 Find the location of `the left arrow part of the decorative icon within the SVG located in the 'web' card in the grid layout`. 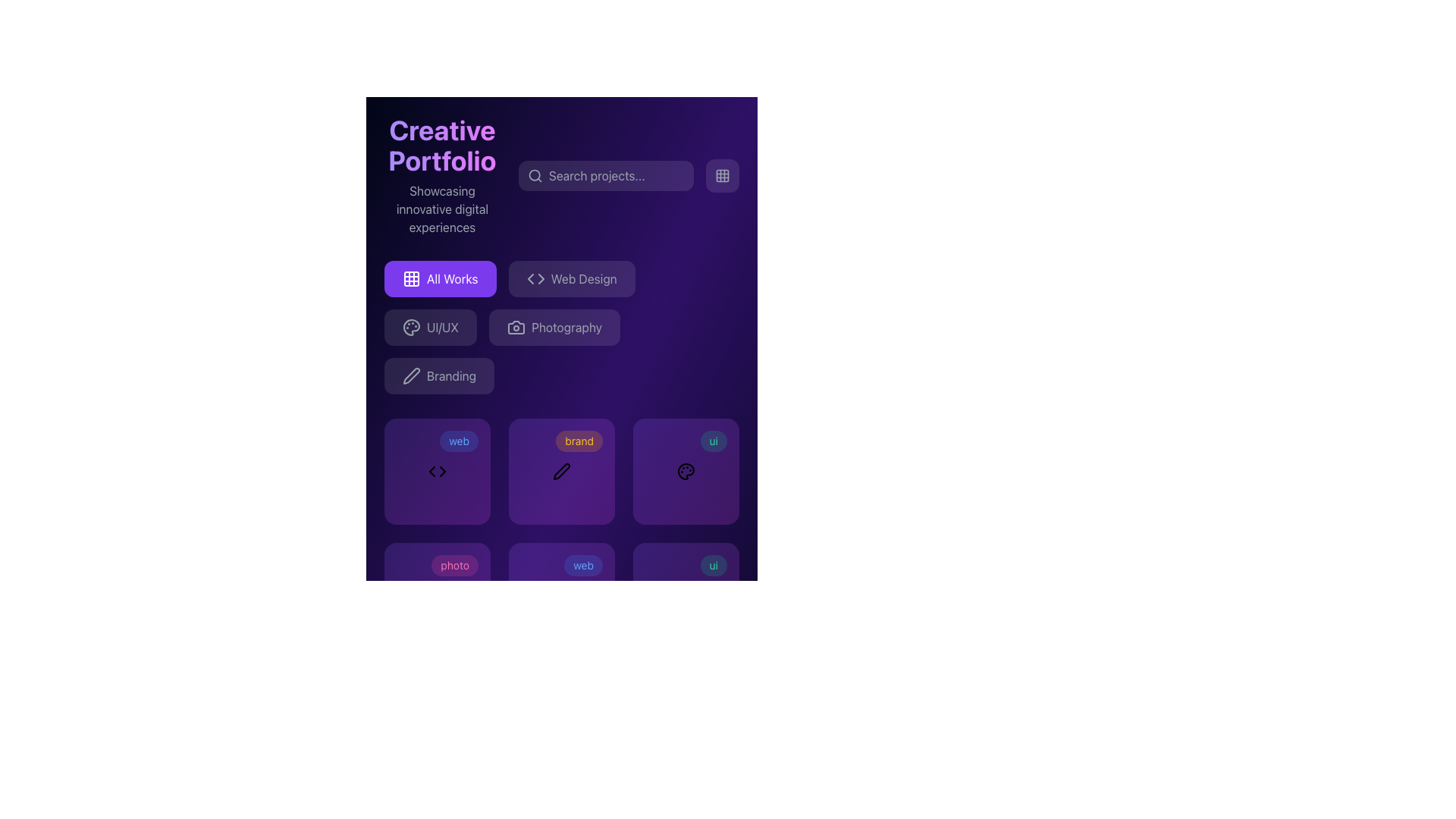

the left arrow part of the decorative icon within the SVG located in the 'web' card in the grid layout is located at coordinates (431, 470).